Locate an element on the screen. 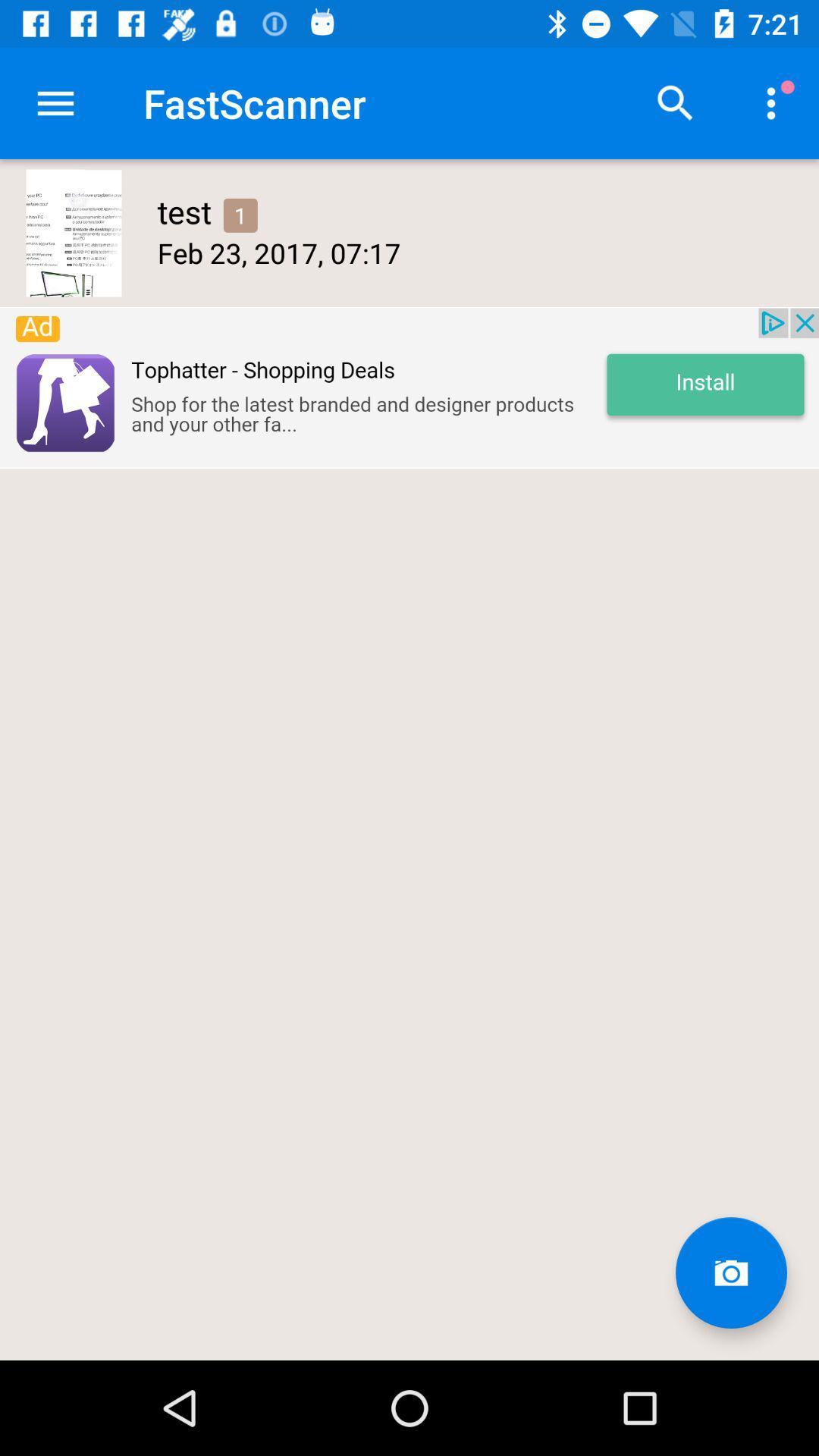  the app is located at coordinates (409, 388).